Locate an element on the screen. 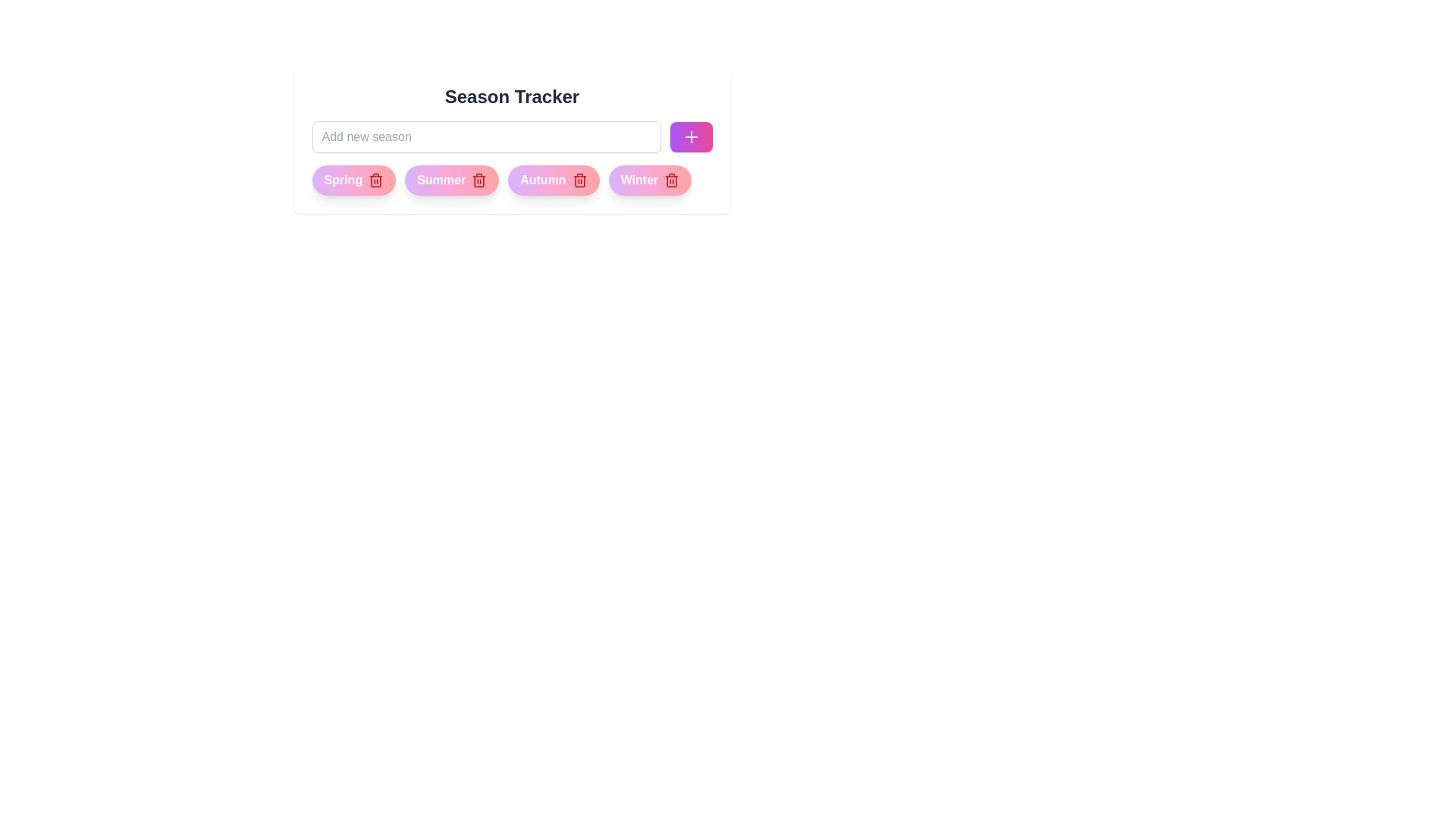 This screenshot has width=1456, height=819. the text in the input field to 16 is located at coordinates (486, 137).